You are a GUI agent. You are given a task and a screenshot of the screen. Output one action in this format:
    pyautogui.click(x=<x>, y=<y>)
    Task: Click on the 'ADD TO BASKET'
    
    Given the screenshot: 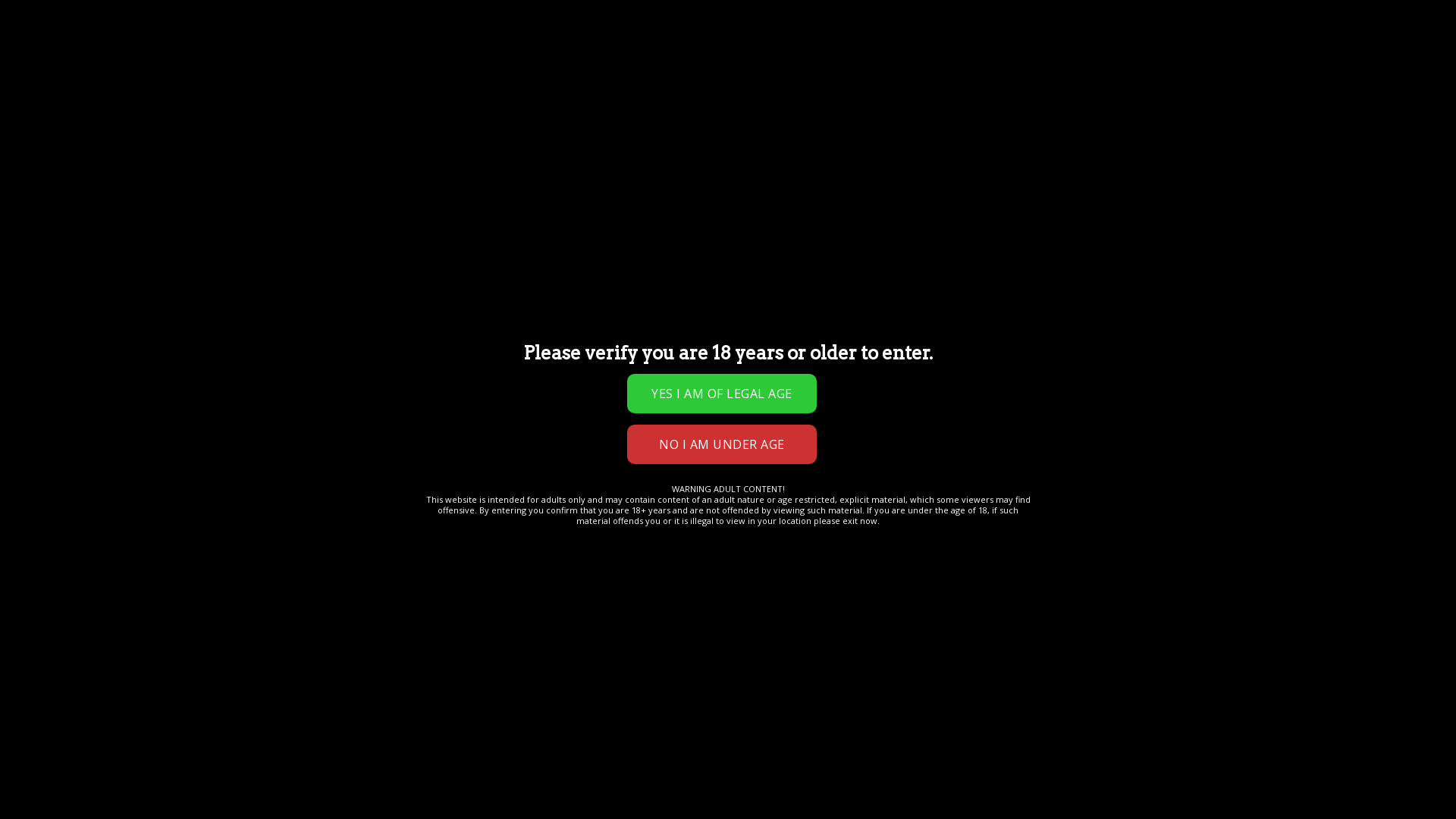 What is the action you would take?
    pyautogui.click(x=670, y=317)
    